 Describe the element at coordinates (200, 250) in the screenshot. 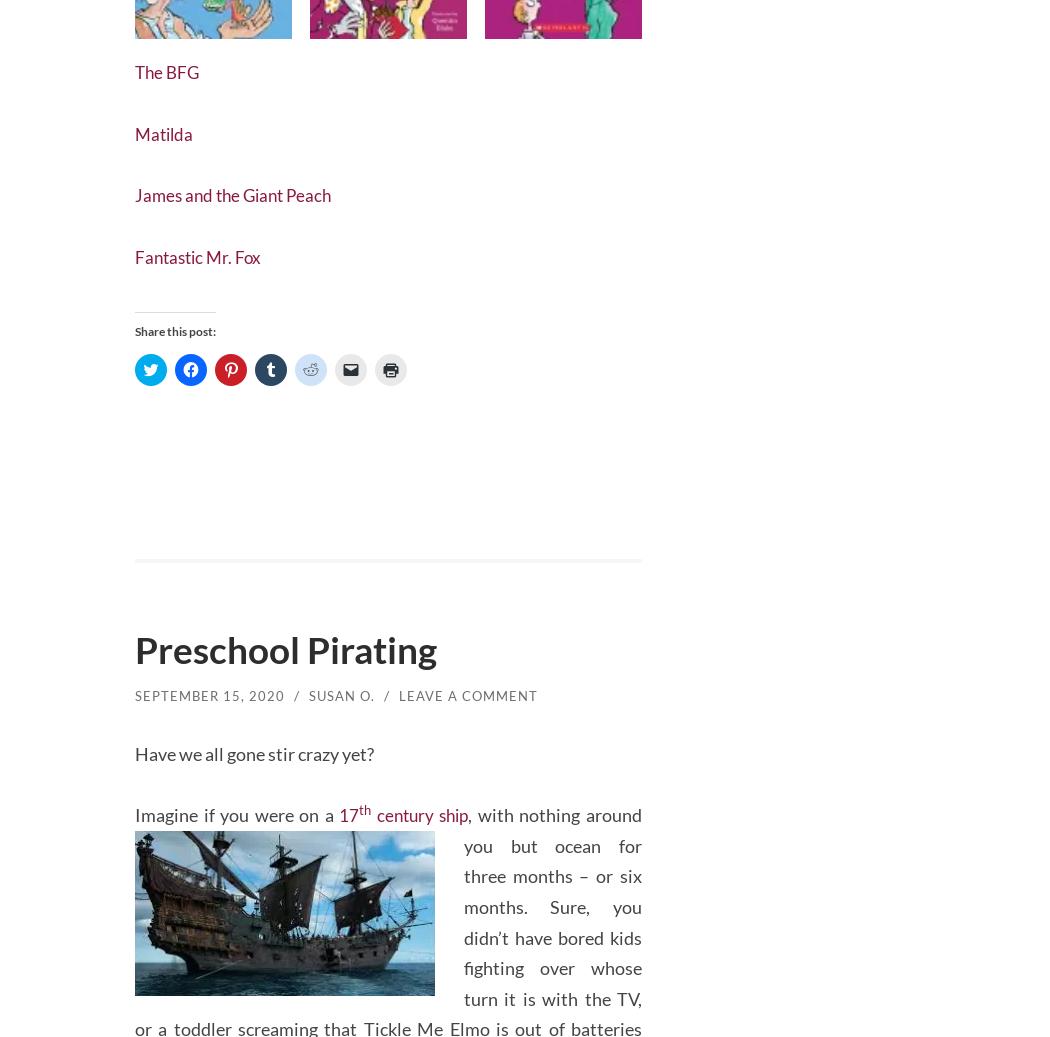

I see `'Fantastic Mr. Fox'` at that location.